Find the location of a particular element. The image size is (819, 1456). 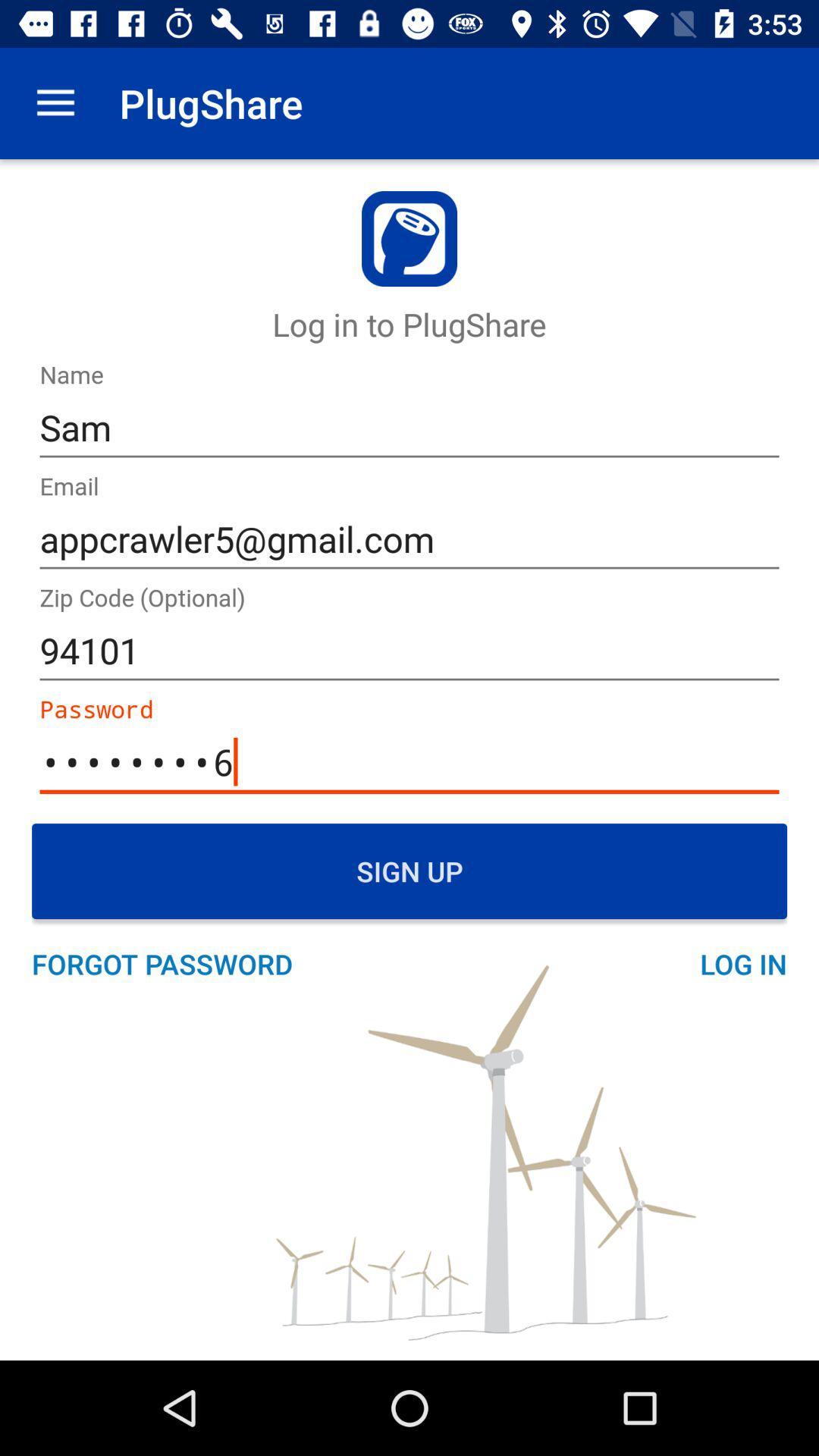

the sam is located at coordinates (409, 427).